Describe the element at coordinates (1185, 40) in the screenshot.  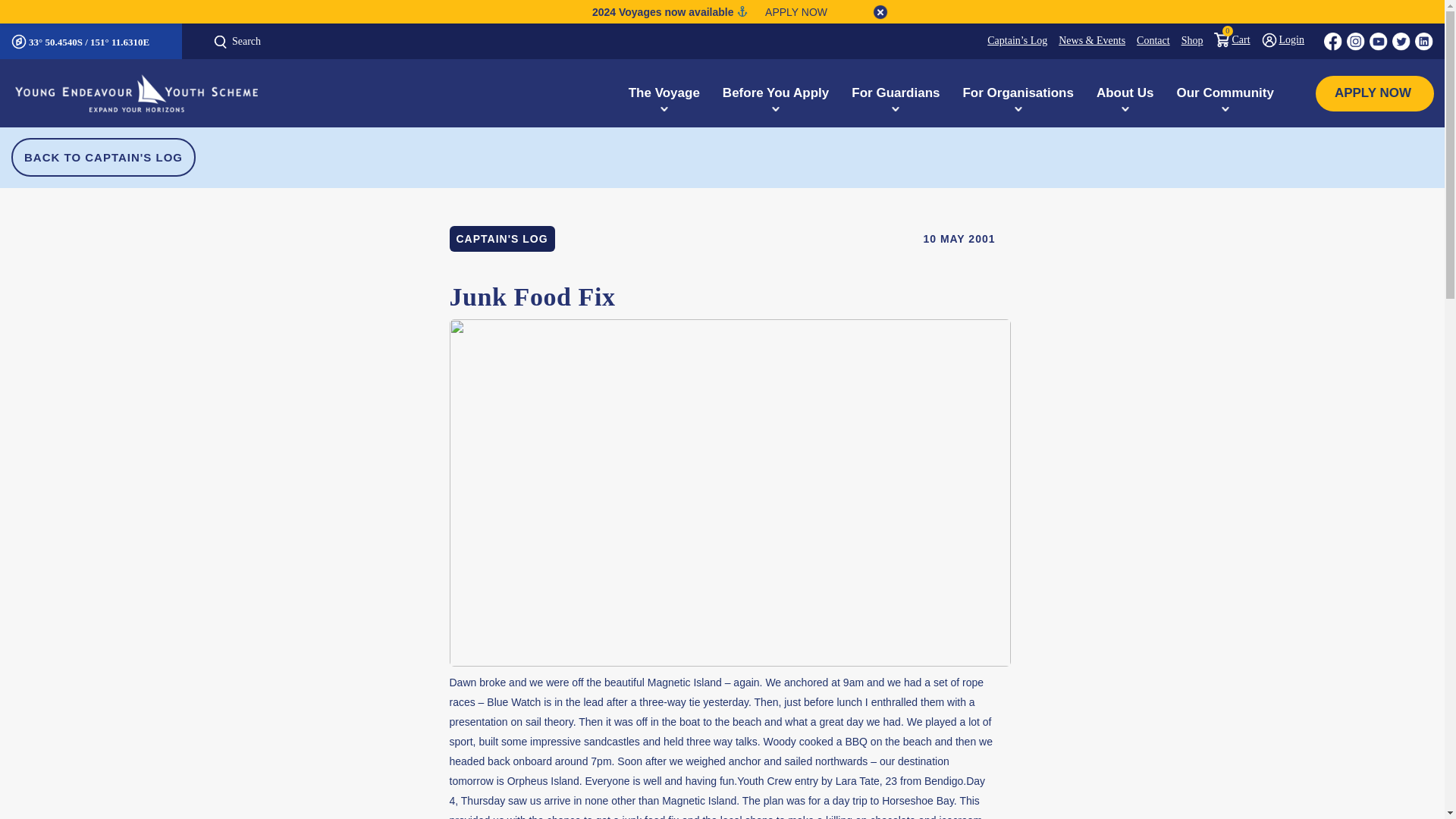
I see `'Shop'` at that location.